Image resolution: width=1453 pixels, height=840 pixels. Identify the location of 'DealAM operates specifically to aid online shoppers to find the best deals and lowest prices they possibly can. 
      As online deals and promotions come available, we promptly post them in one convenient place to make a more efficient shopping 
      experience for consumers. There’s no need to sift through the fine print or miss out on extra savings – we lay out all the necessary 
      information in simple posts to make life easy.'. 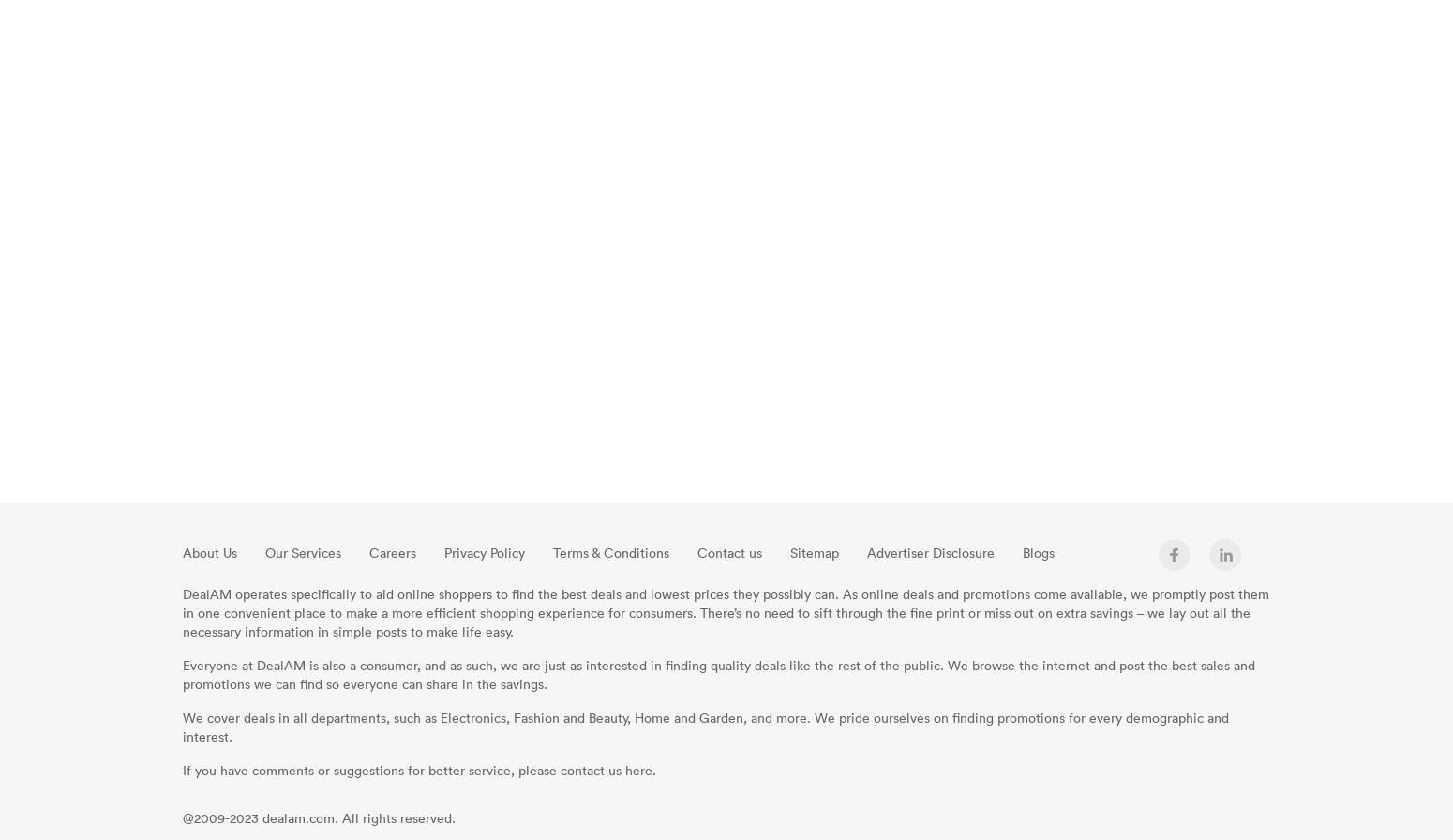
(181, 612).